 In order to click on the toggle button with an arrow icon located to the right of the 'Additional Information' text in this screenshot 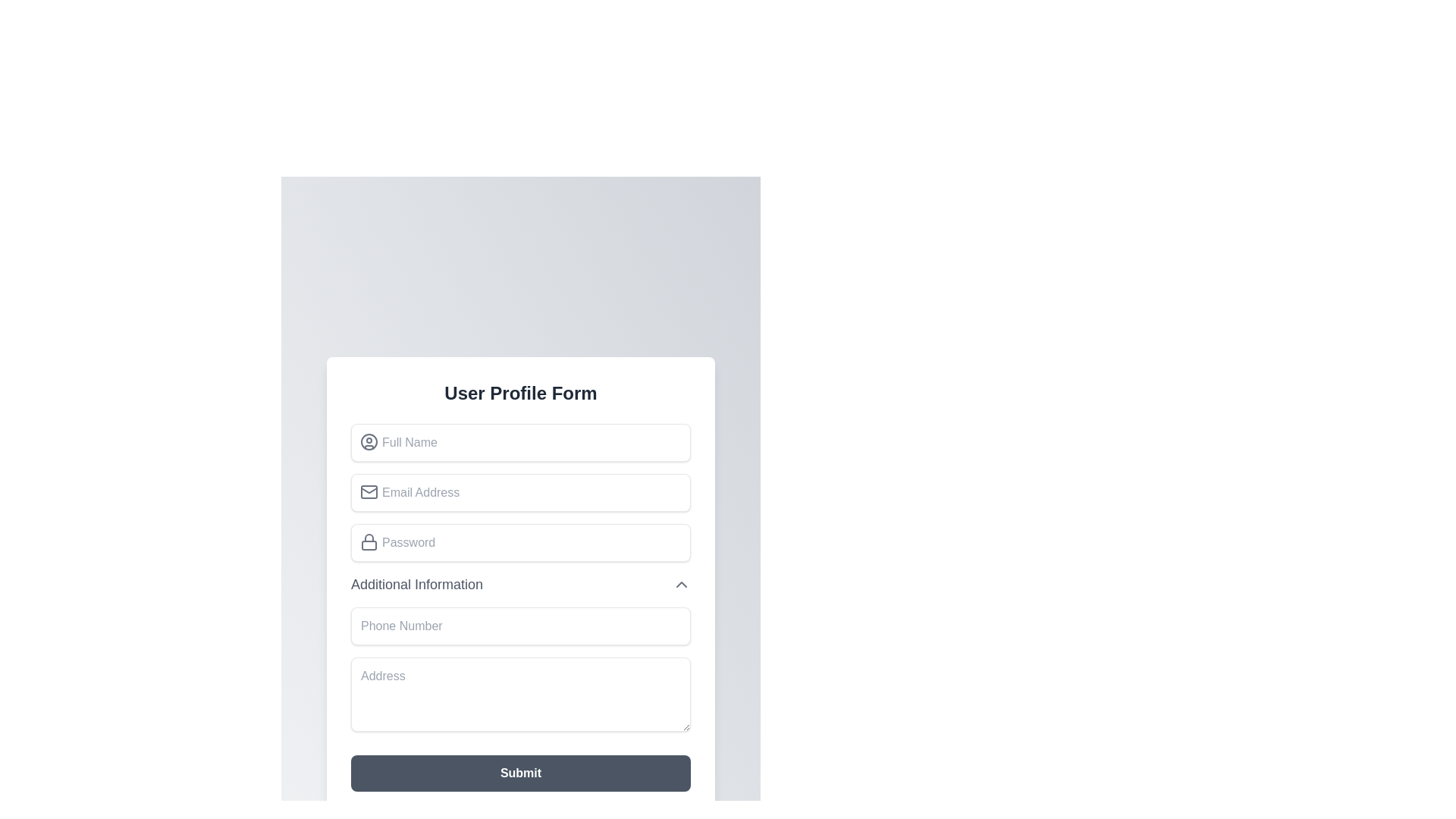, I will do `click(680, 583)`.